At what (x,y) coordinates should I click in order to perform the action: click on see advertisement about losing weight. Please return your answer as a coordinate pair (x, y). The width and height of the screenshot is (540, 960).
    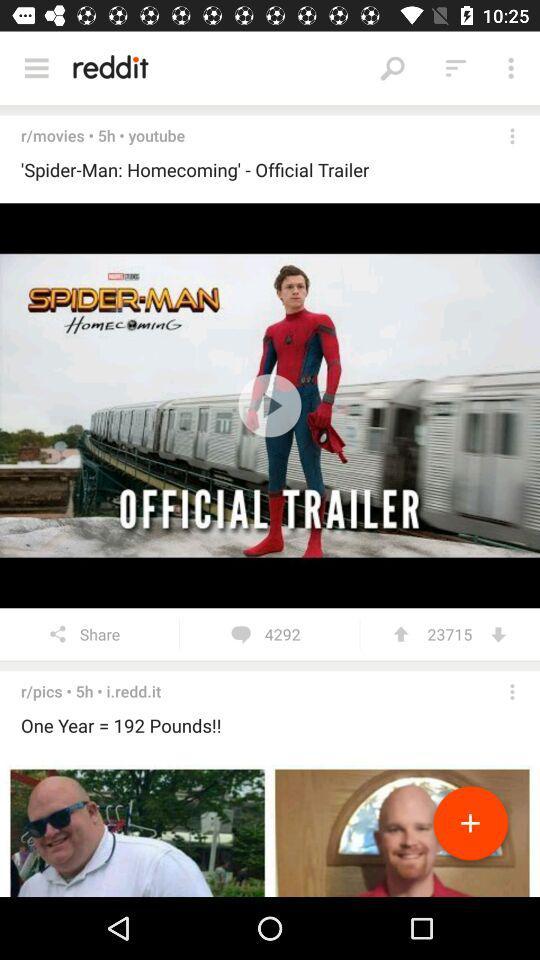
    Looking at the image, I should click on (270, 828).